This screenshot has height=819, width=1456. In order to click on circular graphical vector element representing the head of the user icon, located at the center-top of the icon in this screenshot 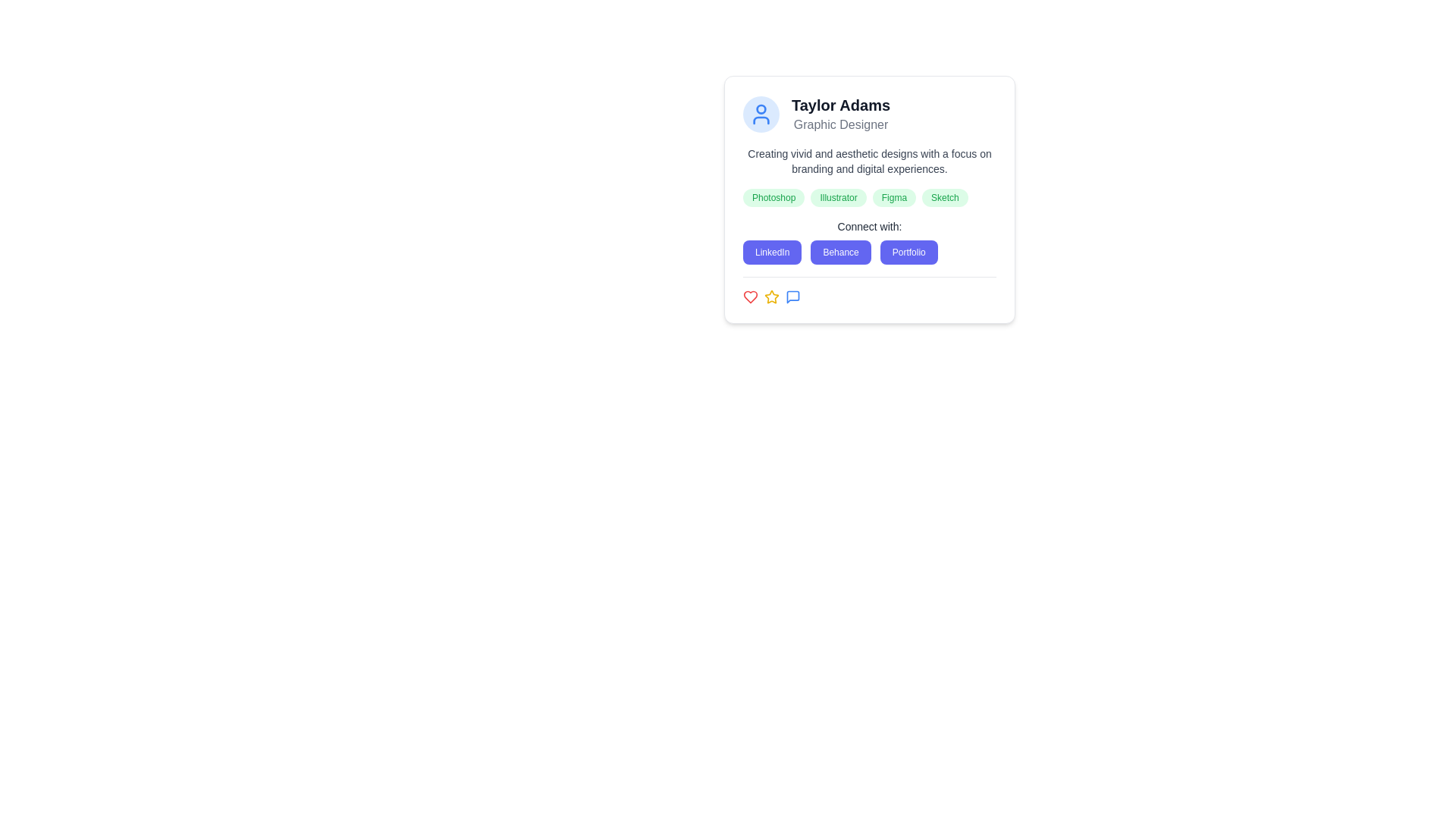, I will do `click(761, 108)`.